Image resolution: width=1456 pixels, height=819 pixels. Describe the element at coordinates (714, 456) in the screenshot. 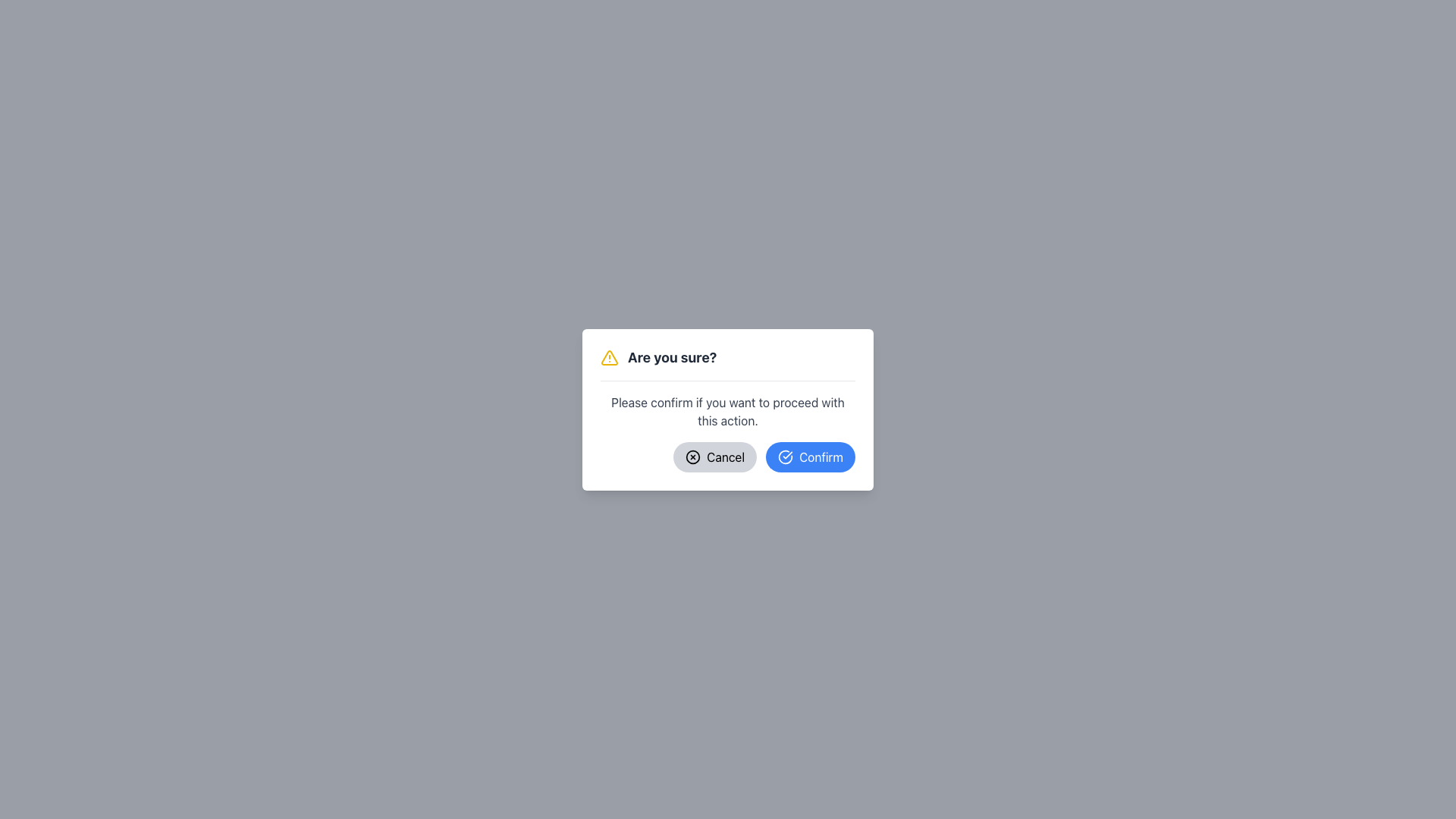

I see `the 'Cancel' button, which is a rounded rectangle with a light gray background and has an 'X' icon on the left, located at the bottom-center of the modal dialog box` at that location.